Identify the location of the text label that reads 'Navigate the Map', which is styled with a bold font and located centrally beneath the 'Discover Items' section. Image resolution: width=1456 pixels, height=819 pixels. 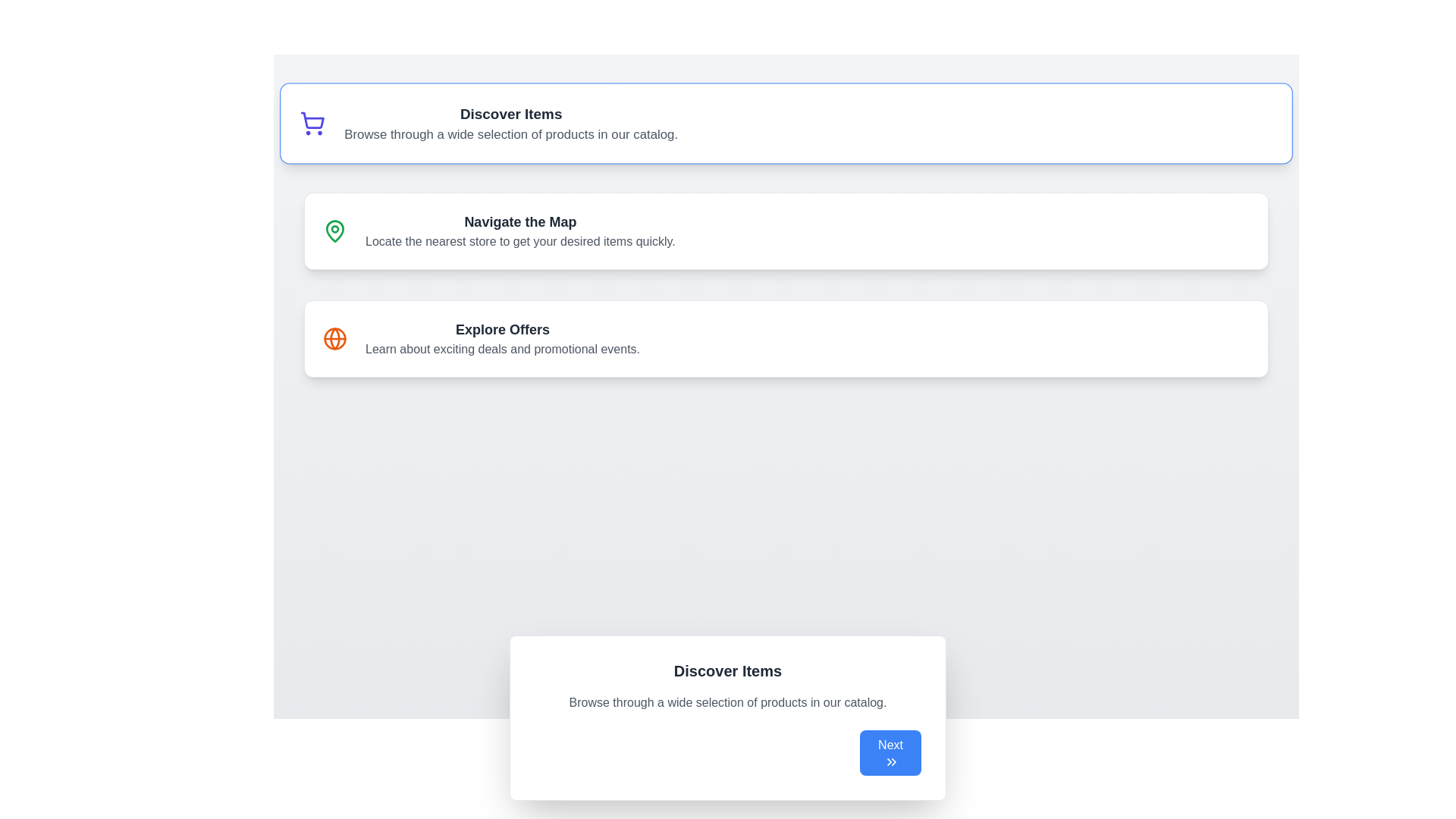
(520, 222).